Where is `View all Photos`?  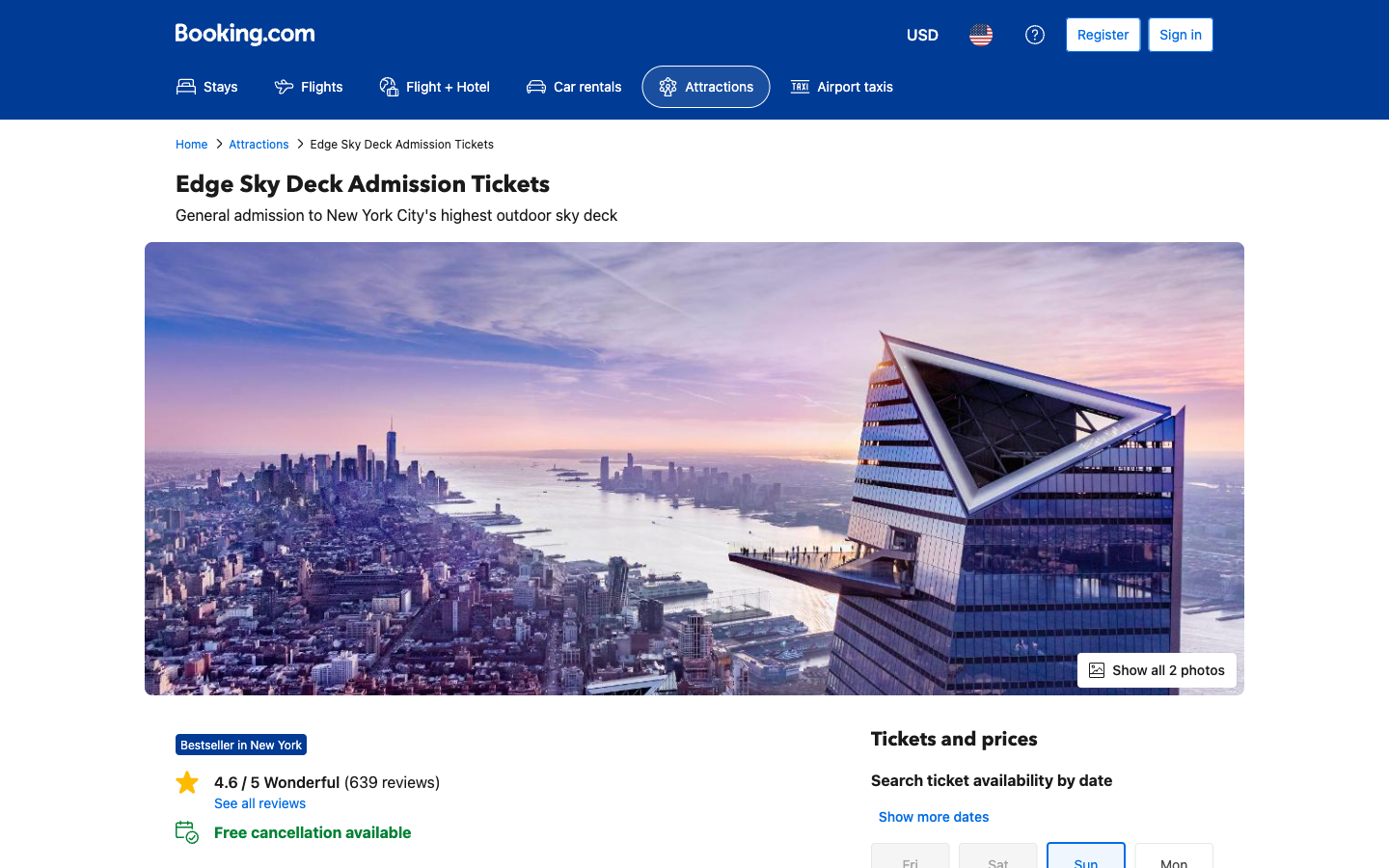
View all Photos is located at coordinates (1157, 668).